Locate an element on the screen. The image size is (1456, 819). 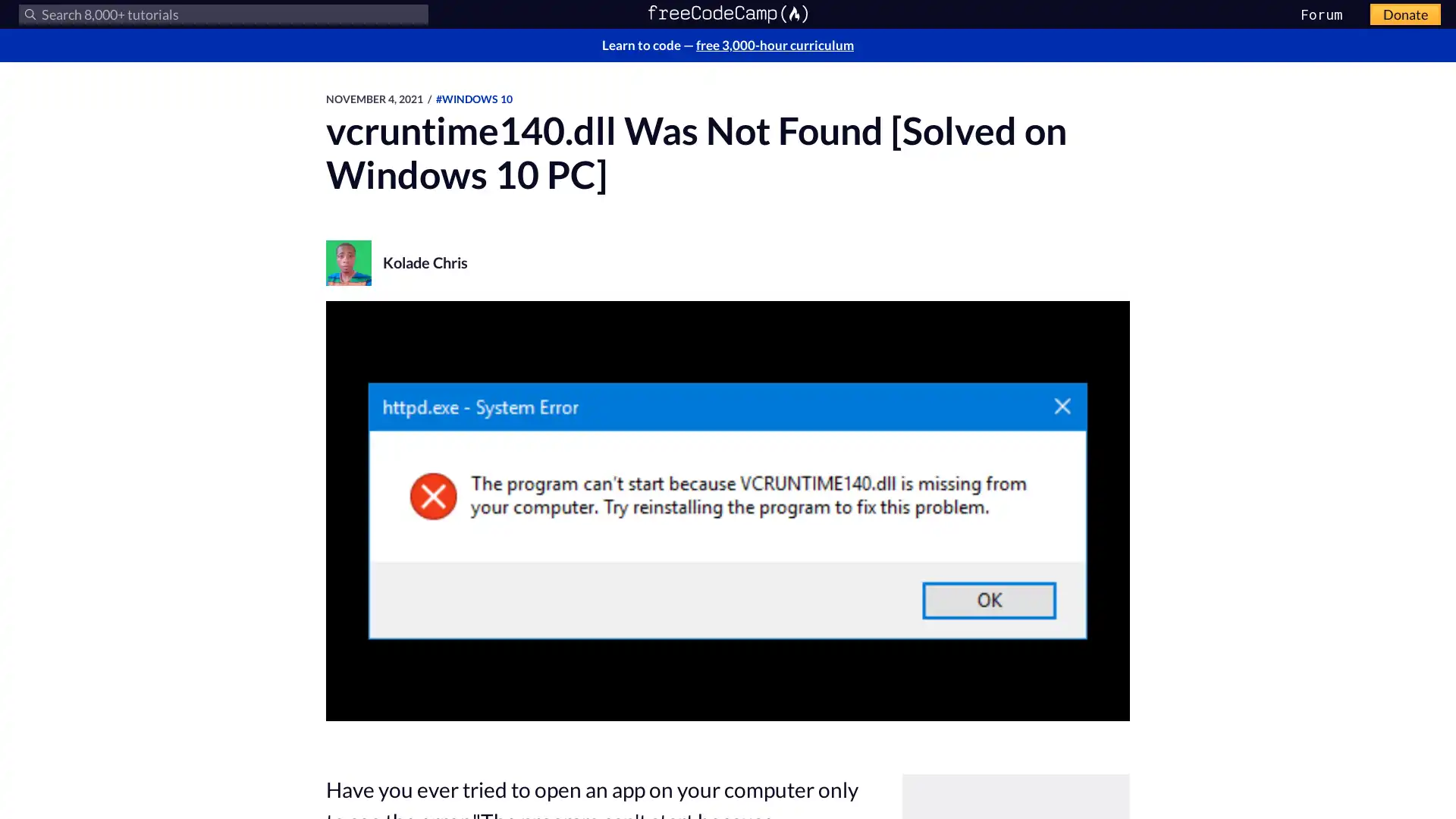
Submit your search query is located at coordinates (30, 14).